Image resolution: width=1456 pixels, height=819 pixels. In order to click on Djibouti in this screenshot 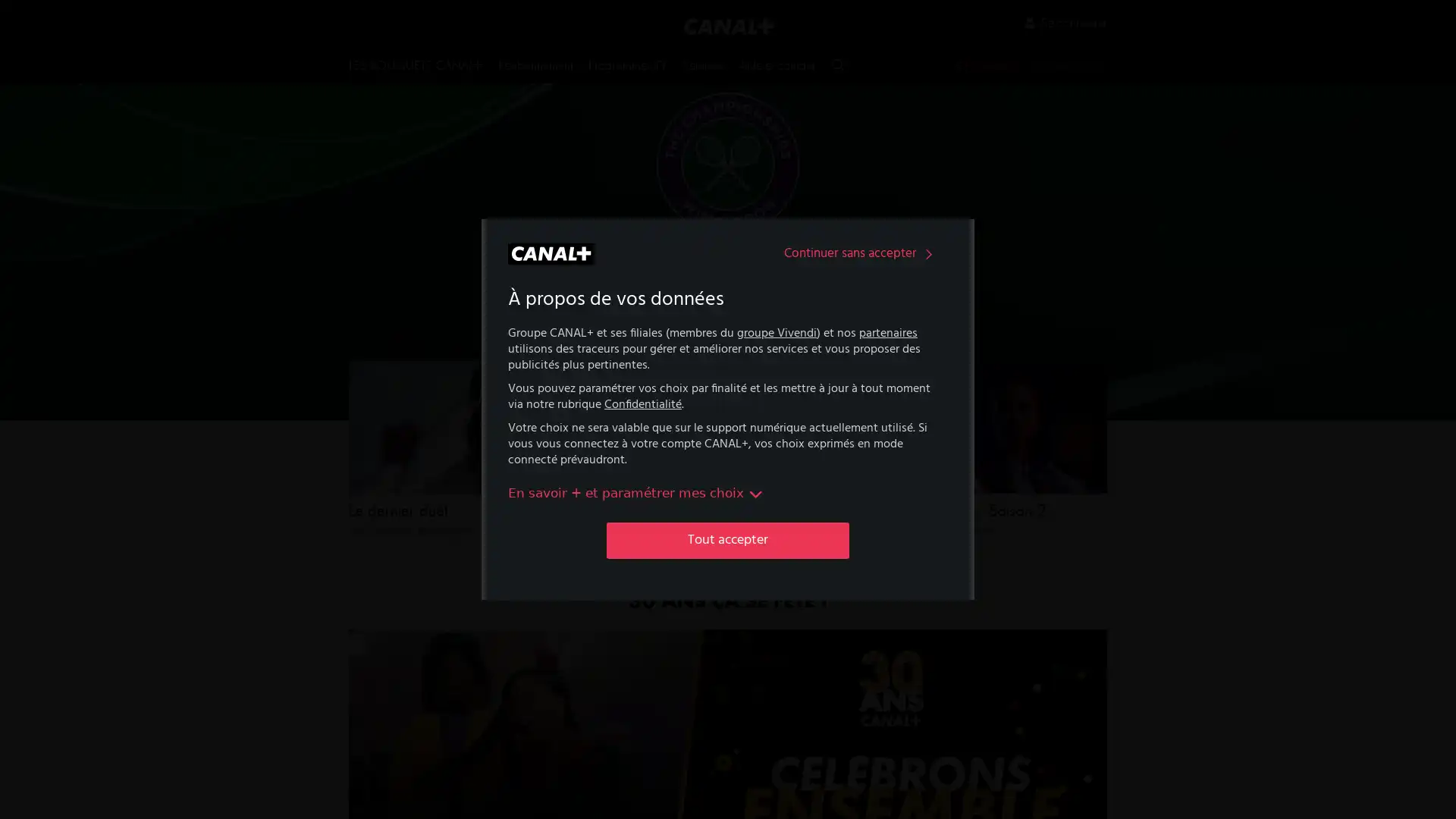, I will do `click(582, 543)`.